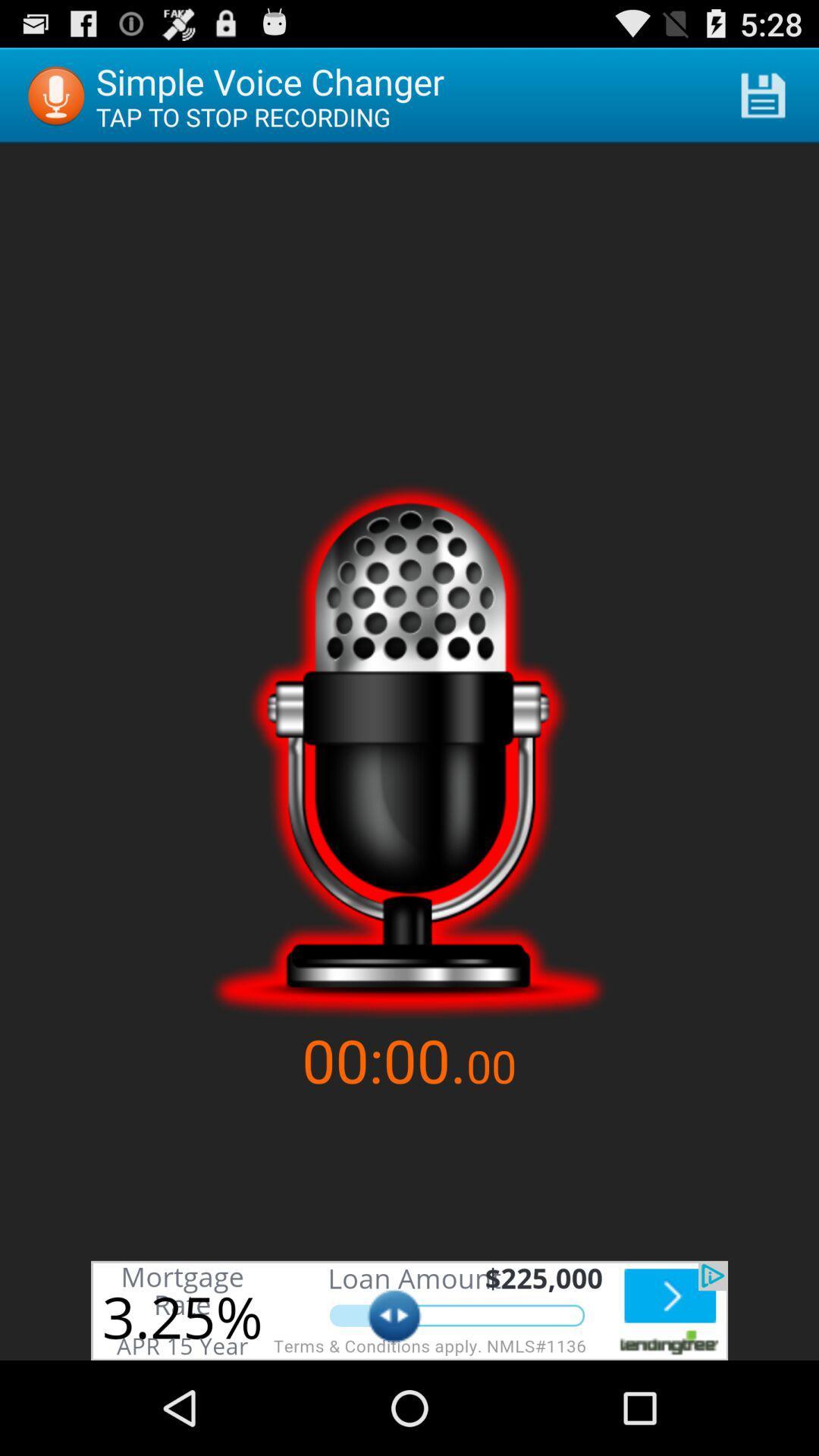 The width and height of the screenshot is (819, 1456). I want to click on record, so click(408, 752).